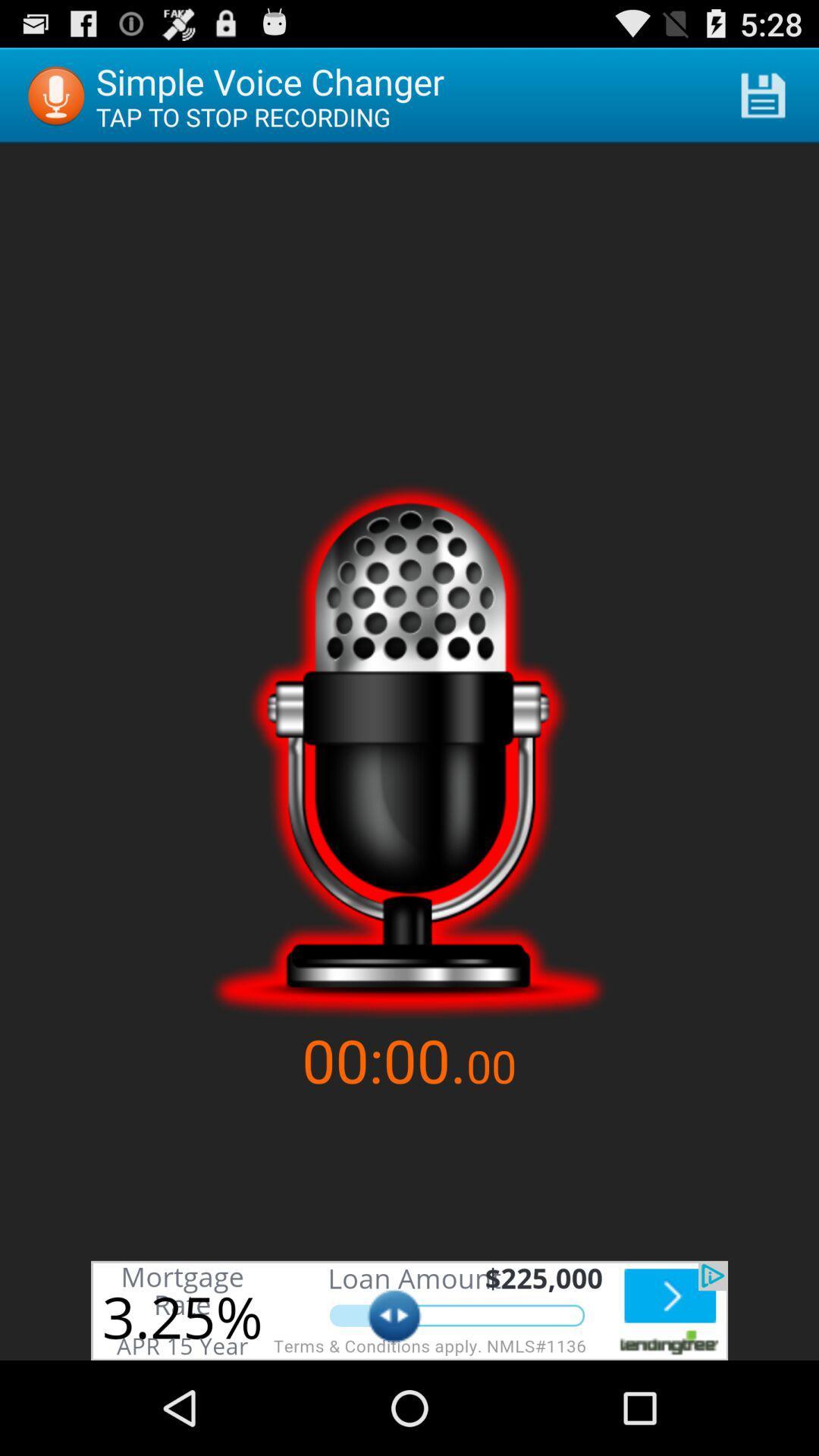 The width and height of the screenshot is (819, 1456). I want to click on record, so click(408, 752).